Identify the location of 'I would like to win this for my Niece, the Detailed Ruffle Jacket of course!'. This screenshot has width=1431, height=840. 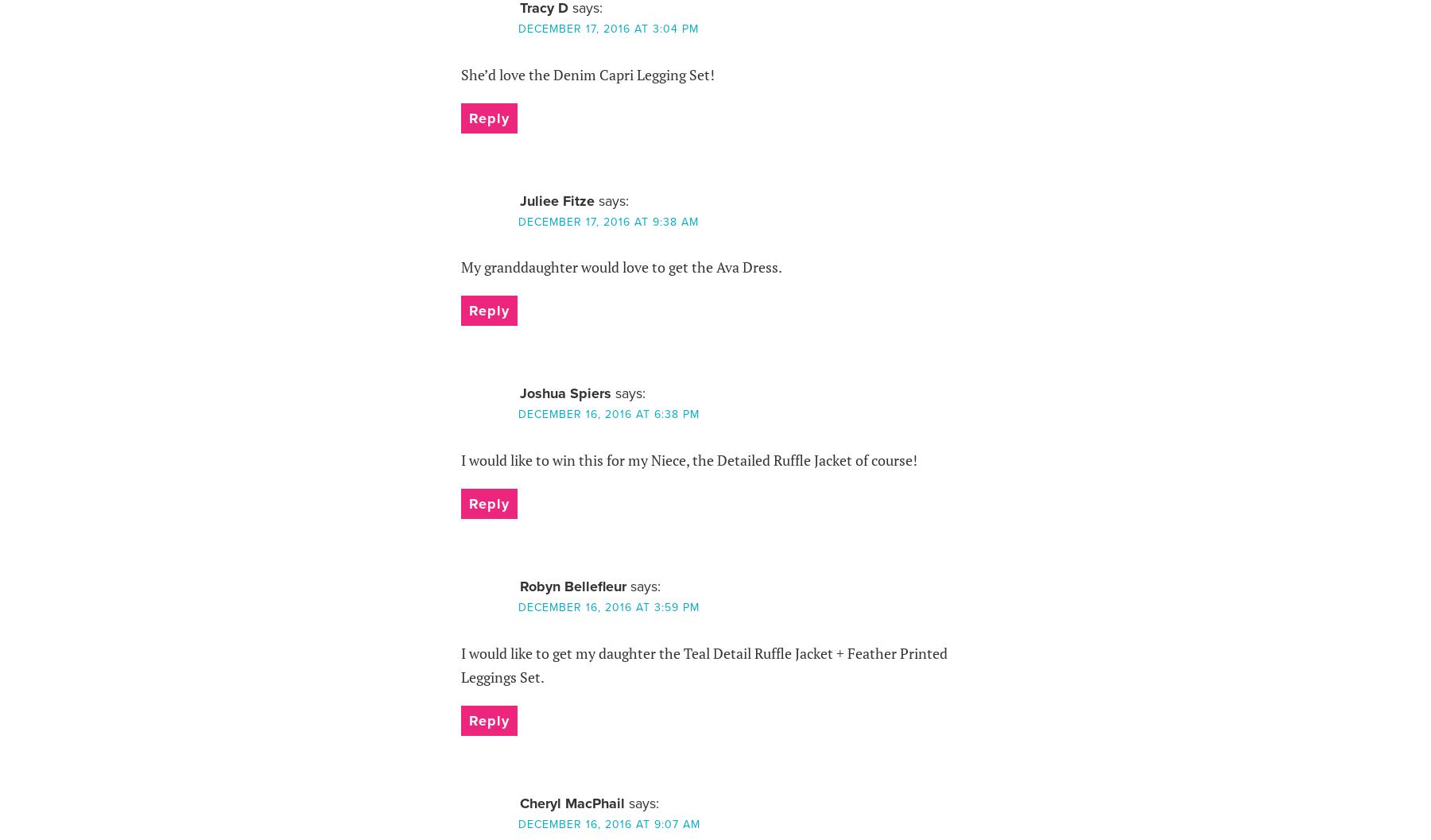
(688, 459).